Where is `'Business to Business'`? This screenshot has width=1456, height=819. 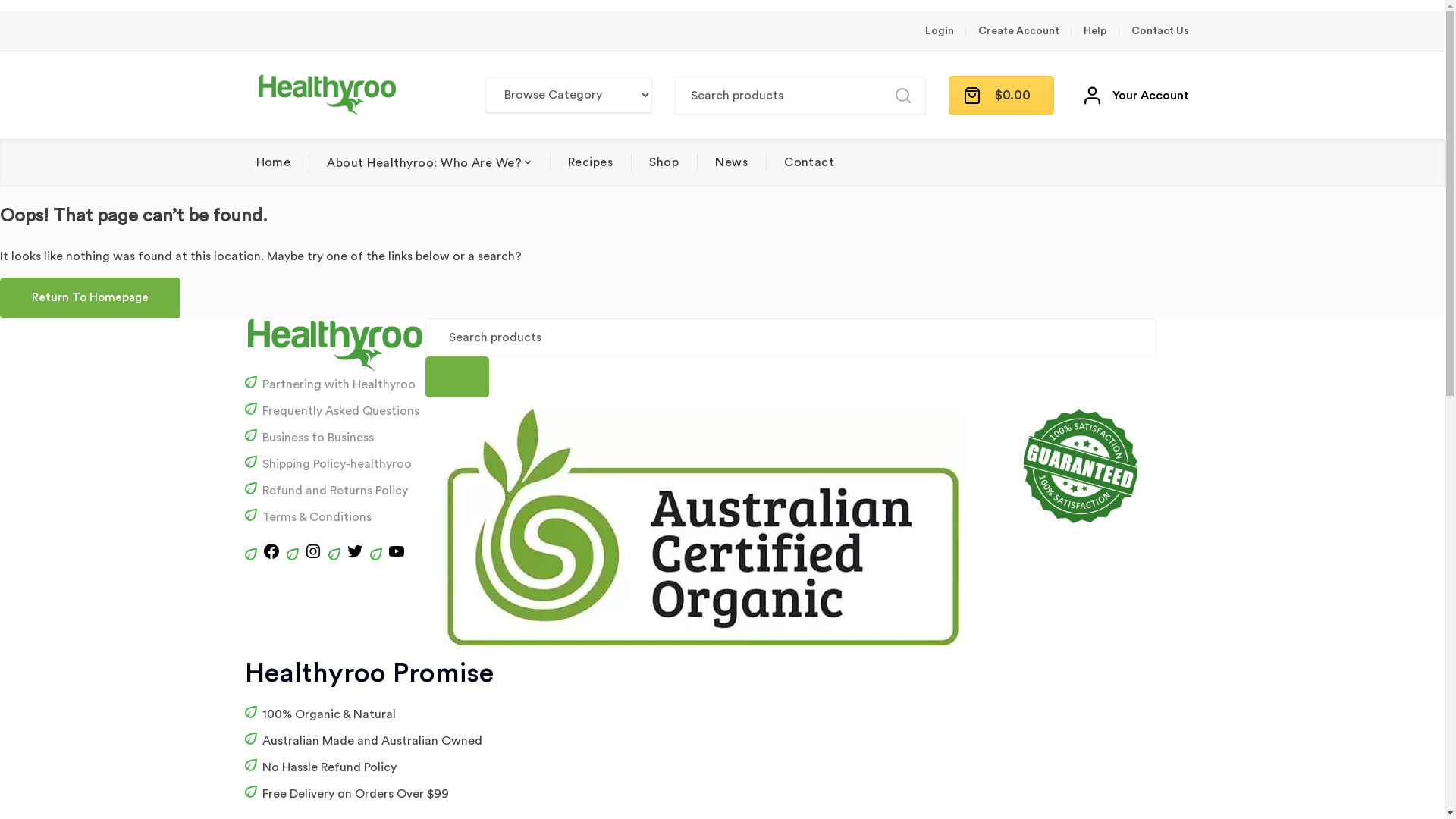 'Business to Business' is located at coordinates (262, 438).